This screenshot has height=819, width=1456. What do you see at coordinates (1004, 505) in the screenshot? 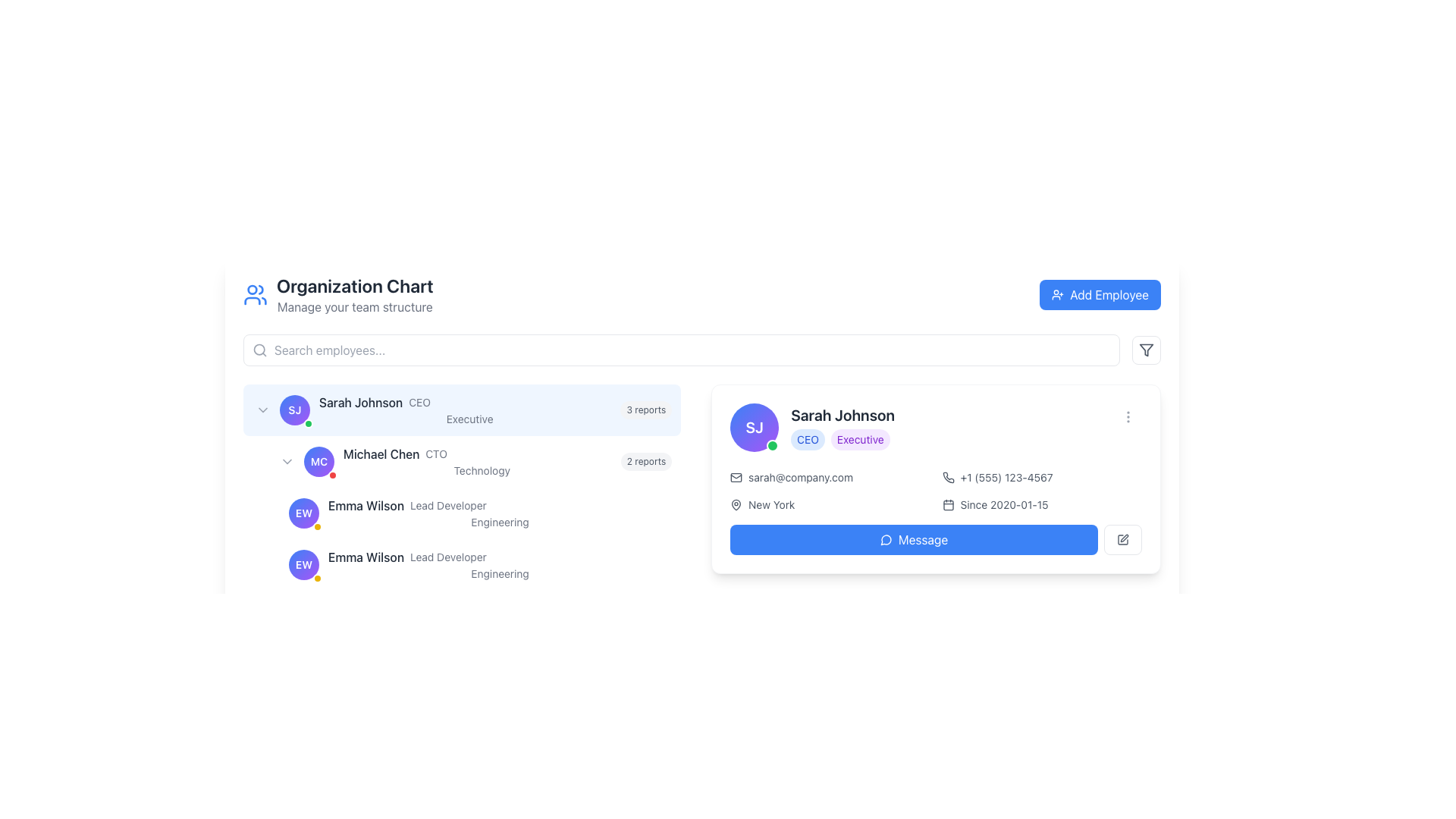
I see `the static text displaying the date of user association with the organization, which is located in the lower part of the user information card, next to a small calendar icon` at bounding box center [1004, 505].